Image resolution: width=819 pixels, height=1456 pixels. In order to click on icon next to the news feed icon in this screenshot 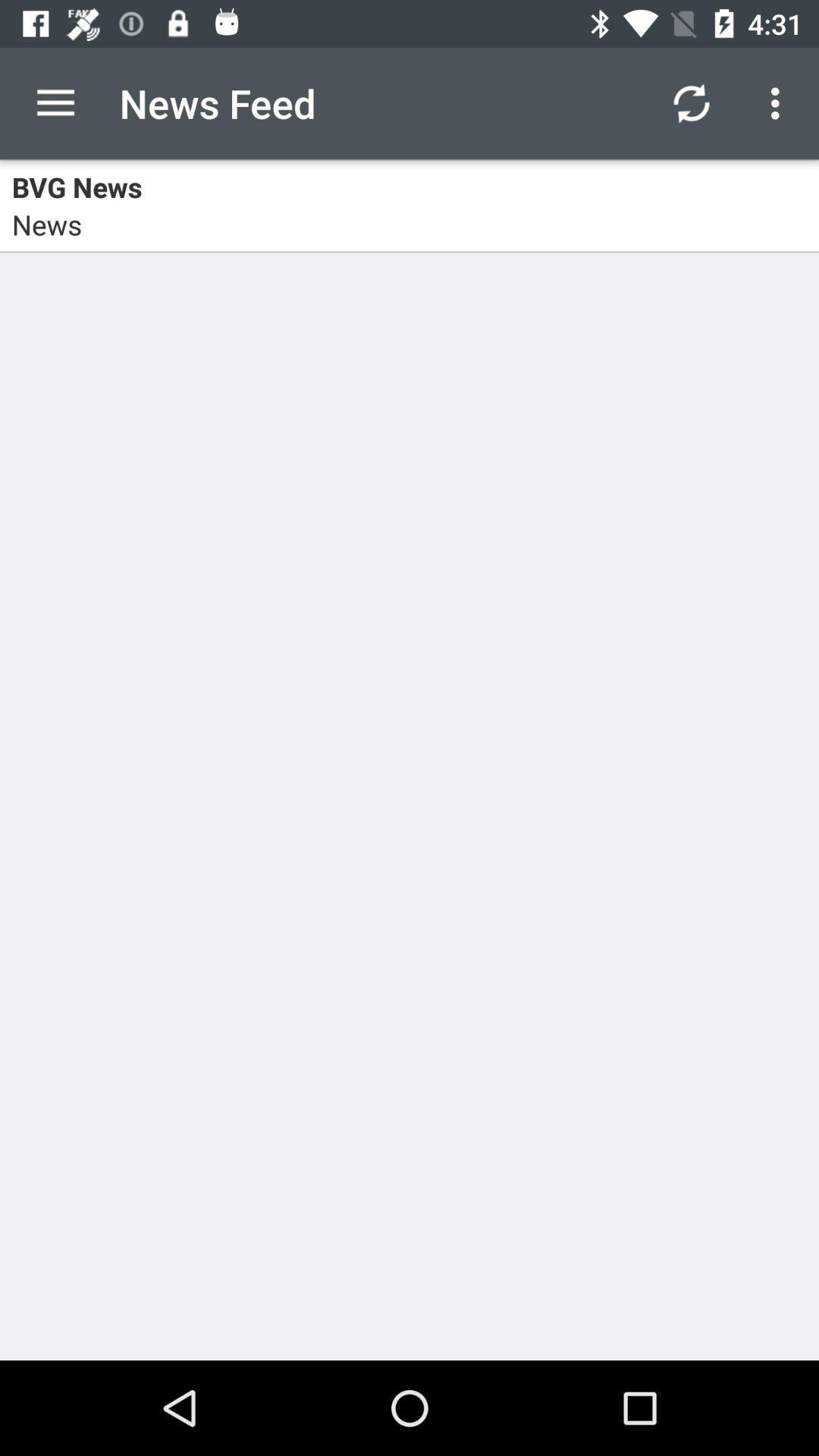, I will do `click(55, 102)`.